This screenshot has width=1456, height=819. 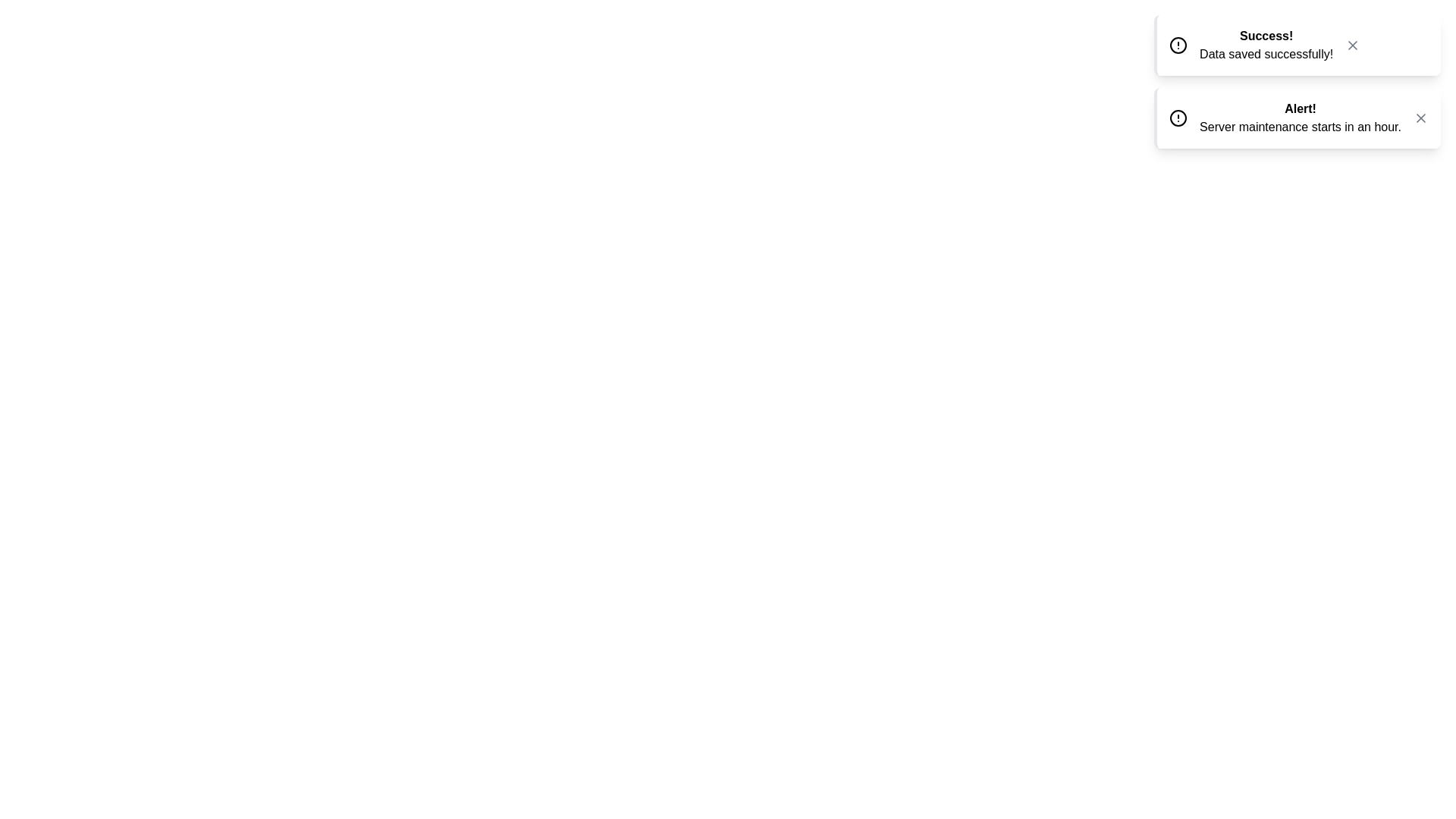 I want to click on the close button of the toast notification with Alert, so click(x=1420, y=117).